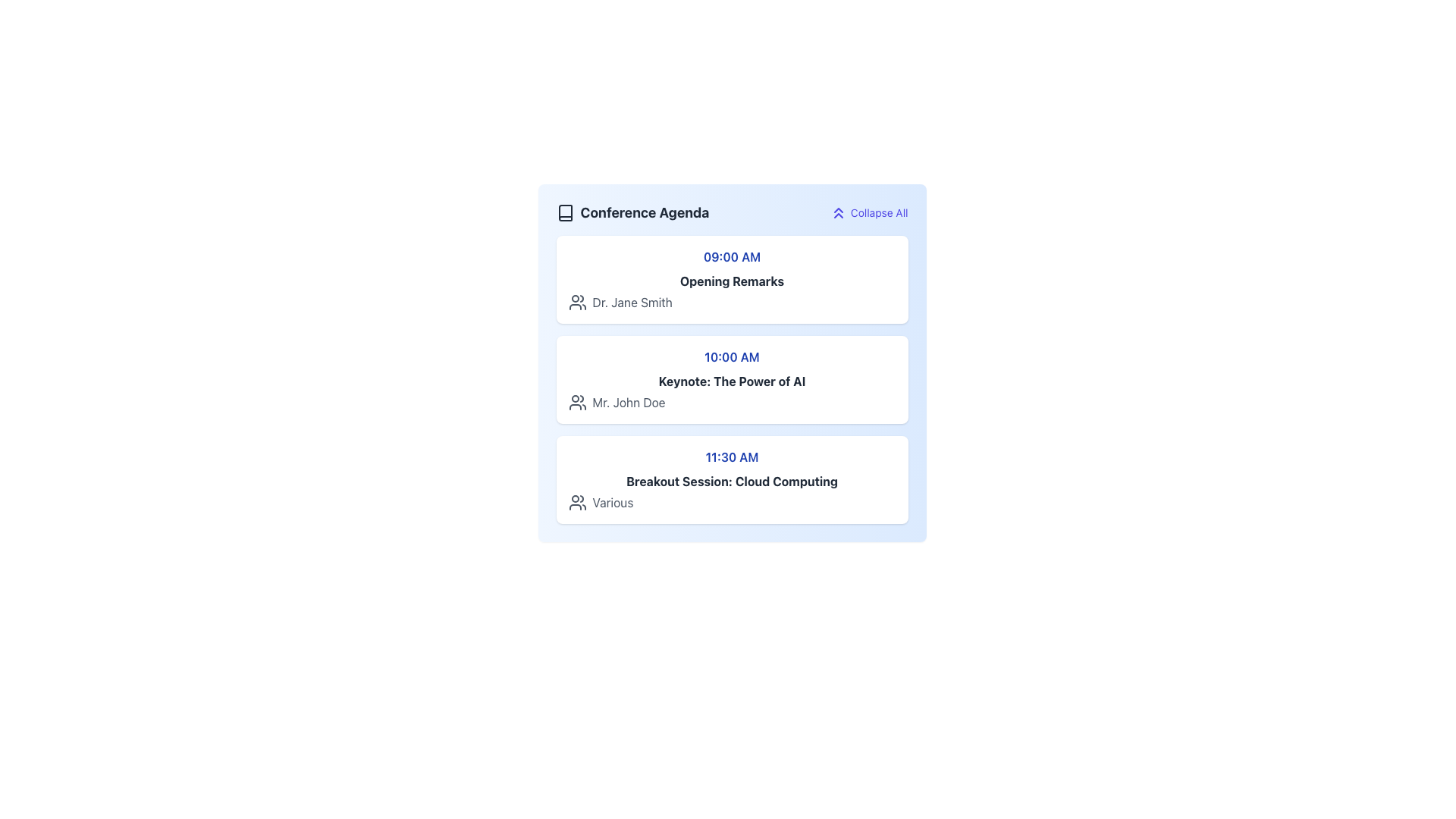  What do you see at coordinates (732, 256) in the screenshot?
I see `the static text displaying '09:00 AM' in bold blue font, located in the topmost session item of the conference agenda panel` at bounding box center [732, 256].